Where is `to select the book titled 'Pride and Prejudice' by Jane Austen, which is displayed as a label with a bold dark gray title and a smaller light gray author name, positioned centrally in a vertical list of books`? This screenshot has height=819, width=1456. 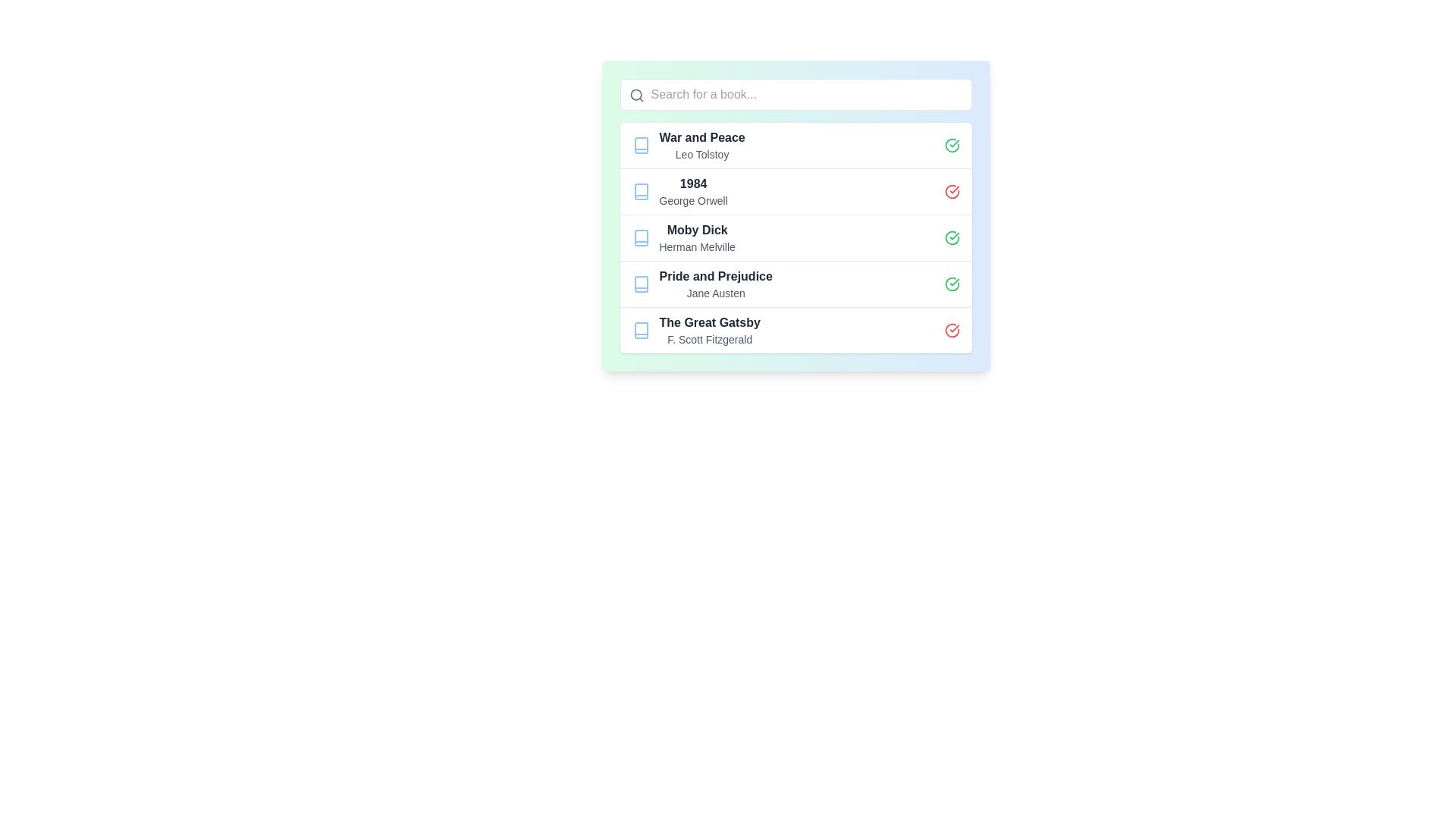 to select the book titled 'Pride and Prejudice' by Jane Austen, which is displayed as a label with a bold dark gray title and a smaller light gray author name, positioned centrally in a vertical list of books is located at coordinates (715, 284).